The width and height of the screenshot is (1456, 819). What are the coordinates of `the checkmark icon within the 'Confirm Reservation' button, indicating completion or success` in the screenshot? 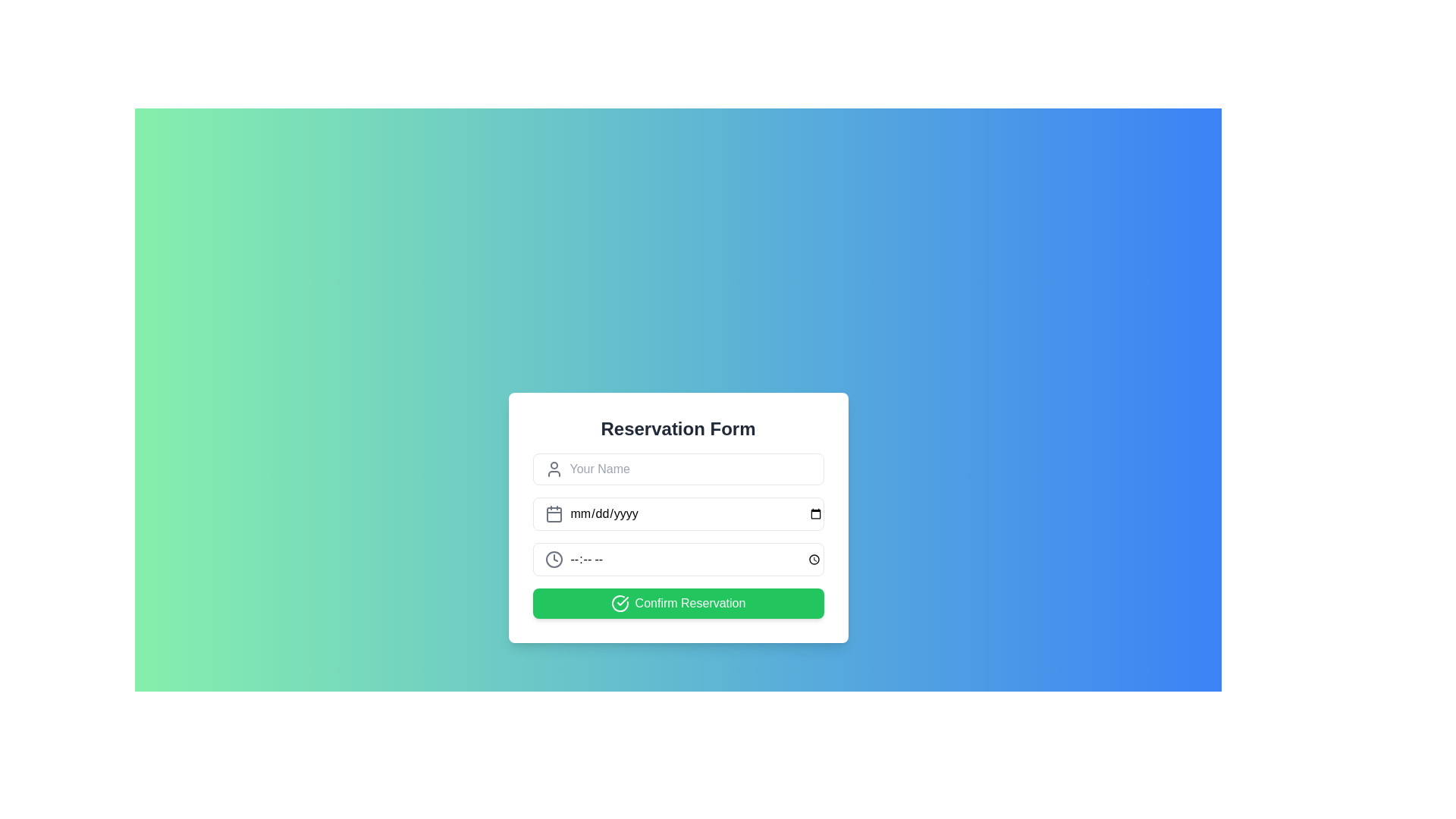 It's located at (620, 602).